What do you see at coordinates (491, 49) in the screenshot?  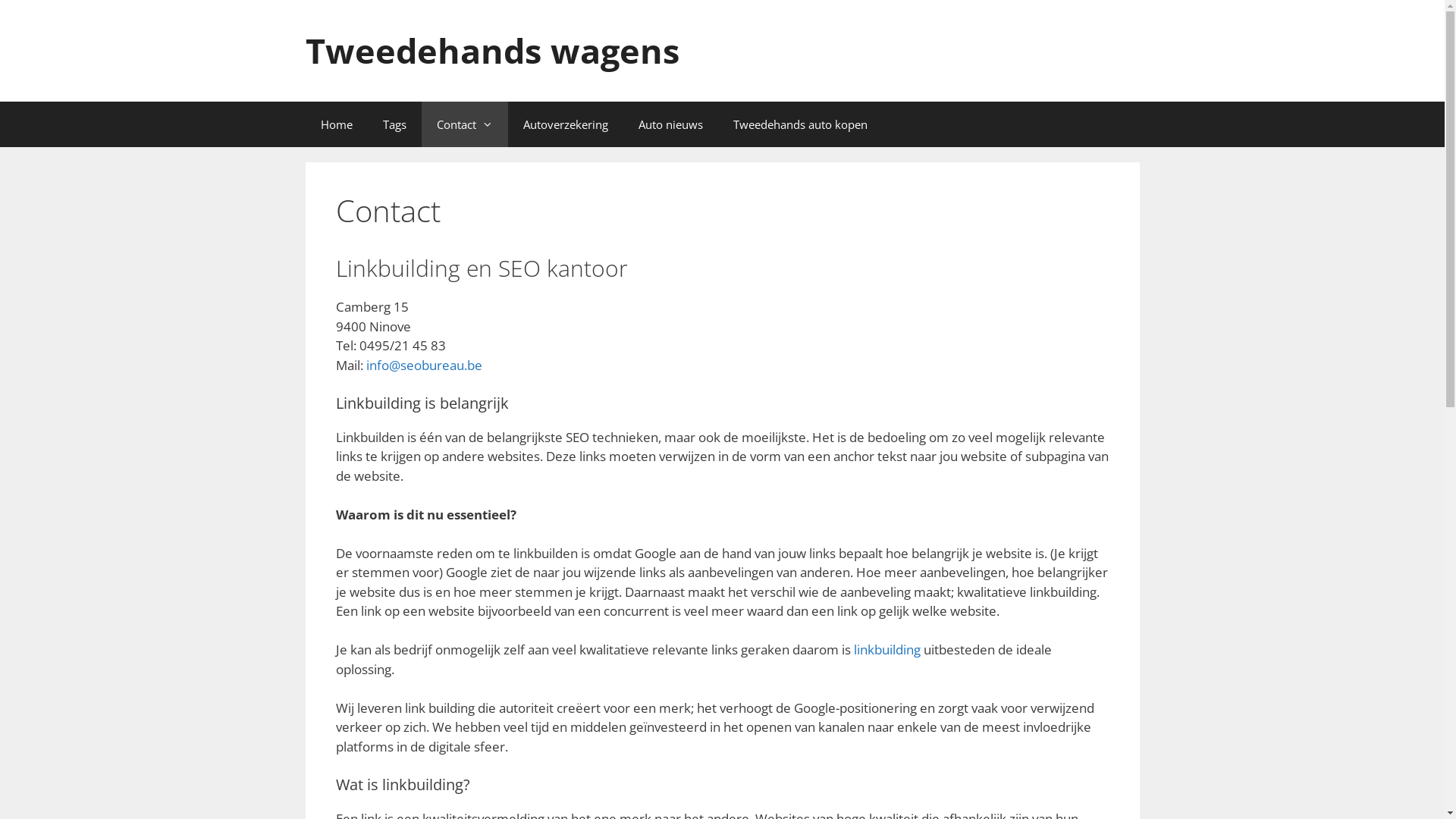 I see `'Tweedehands wagens'` at bounding box center [491, 49].